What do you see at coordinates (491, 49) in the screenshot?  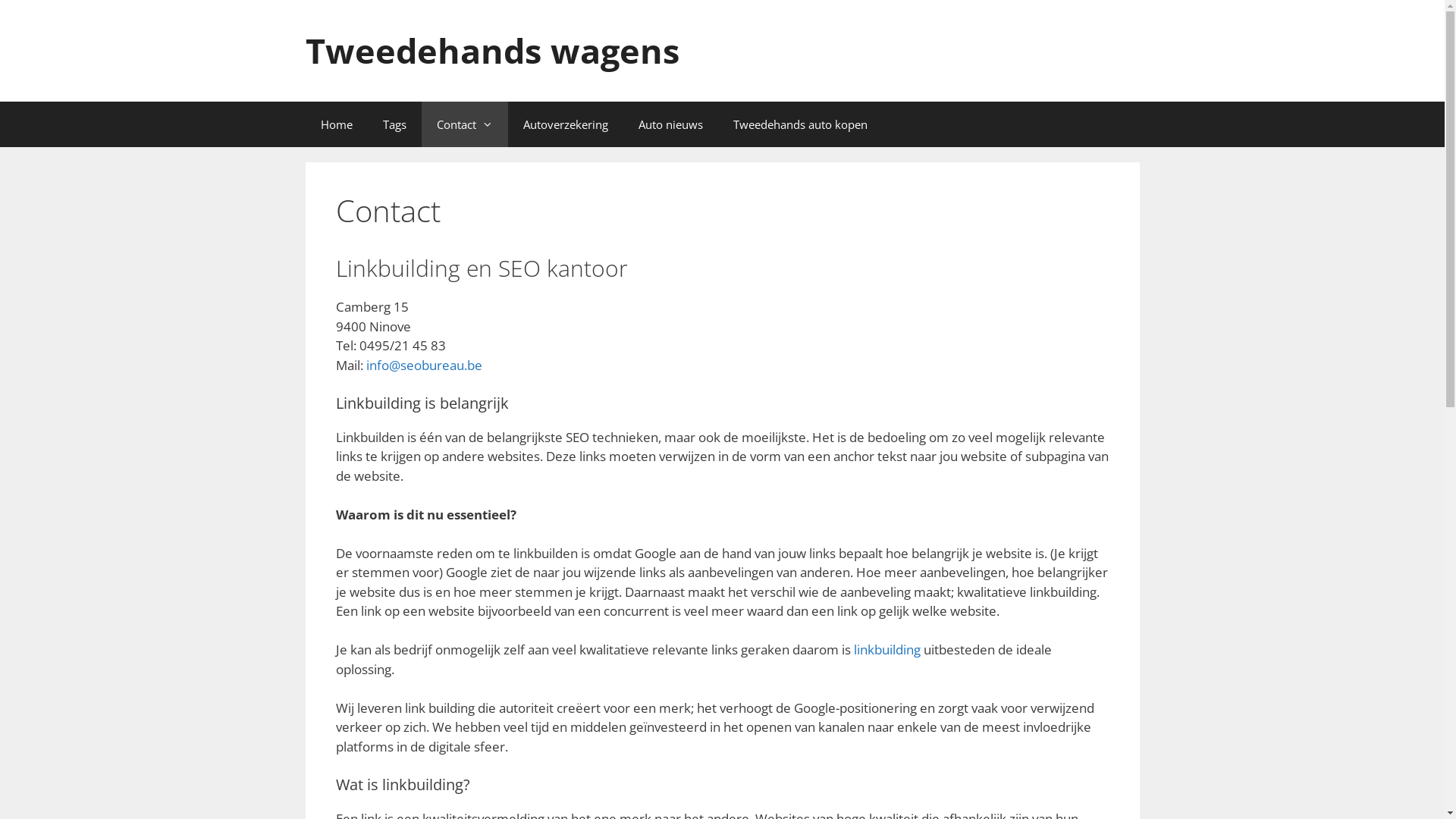 I see `'Tweedehands wagens'` at bounding box center [491, 49].